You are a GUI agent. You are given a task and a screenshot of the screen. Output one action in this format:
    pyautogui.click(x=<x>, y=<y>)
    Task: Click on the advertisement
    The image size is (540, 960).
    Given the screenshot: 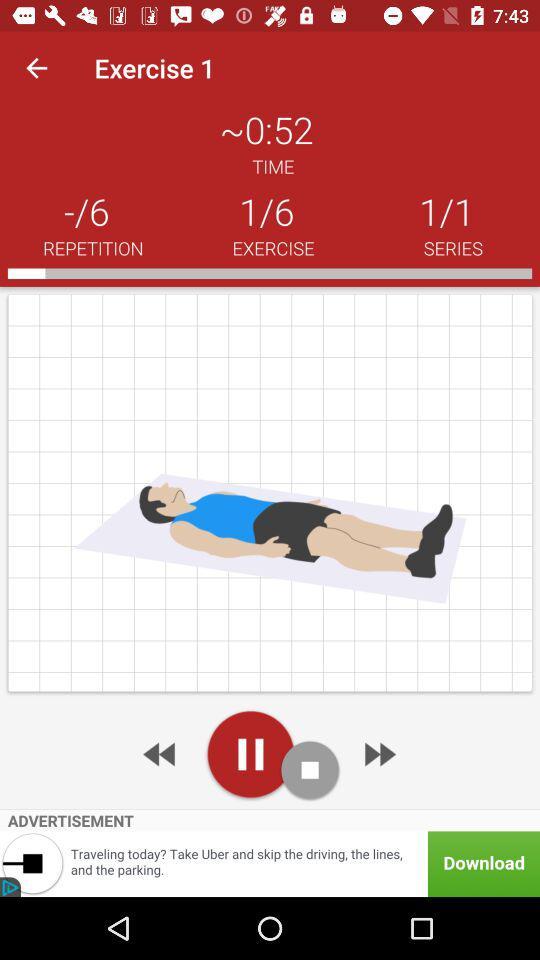 What is the action you would take?
    pyautogui.click(x=378, y=753)
    